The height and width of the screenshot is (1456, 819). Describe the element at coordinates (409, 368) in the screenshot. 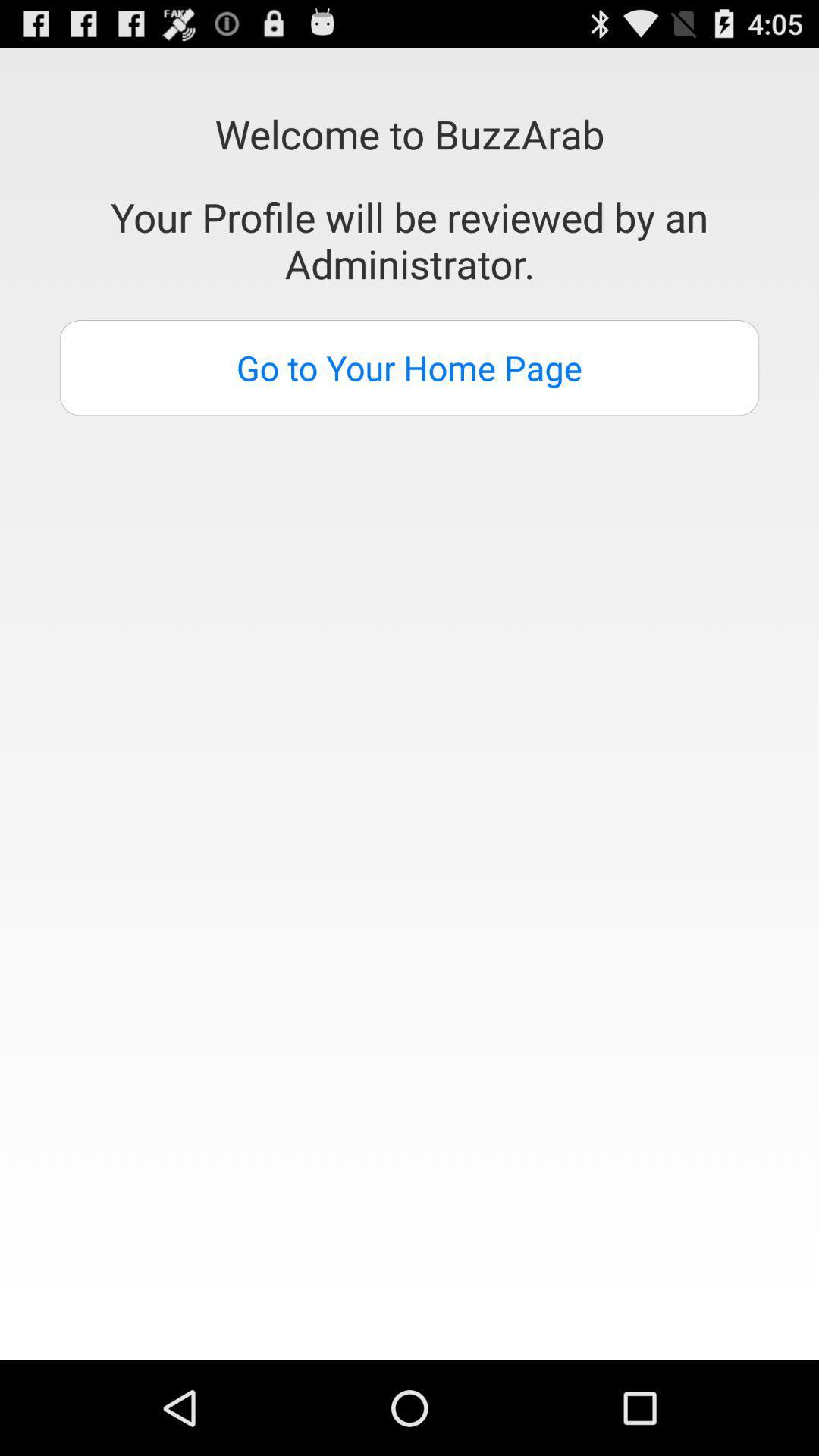

I see `go to your icon` at that location.